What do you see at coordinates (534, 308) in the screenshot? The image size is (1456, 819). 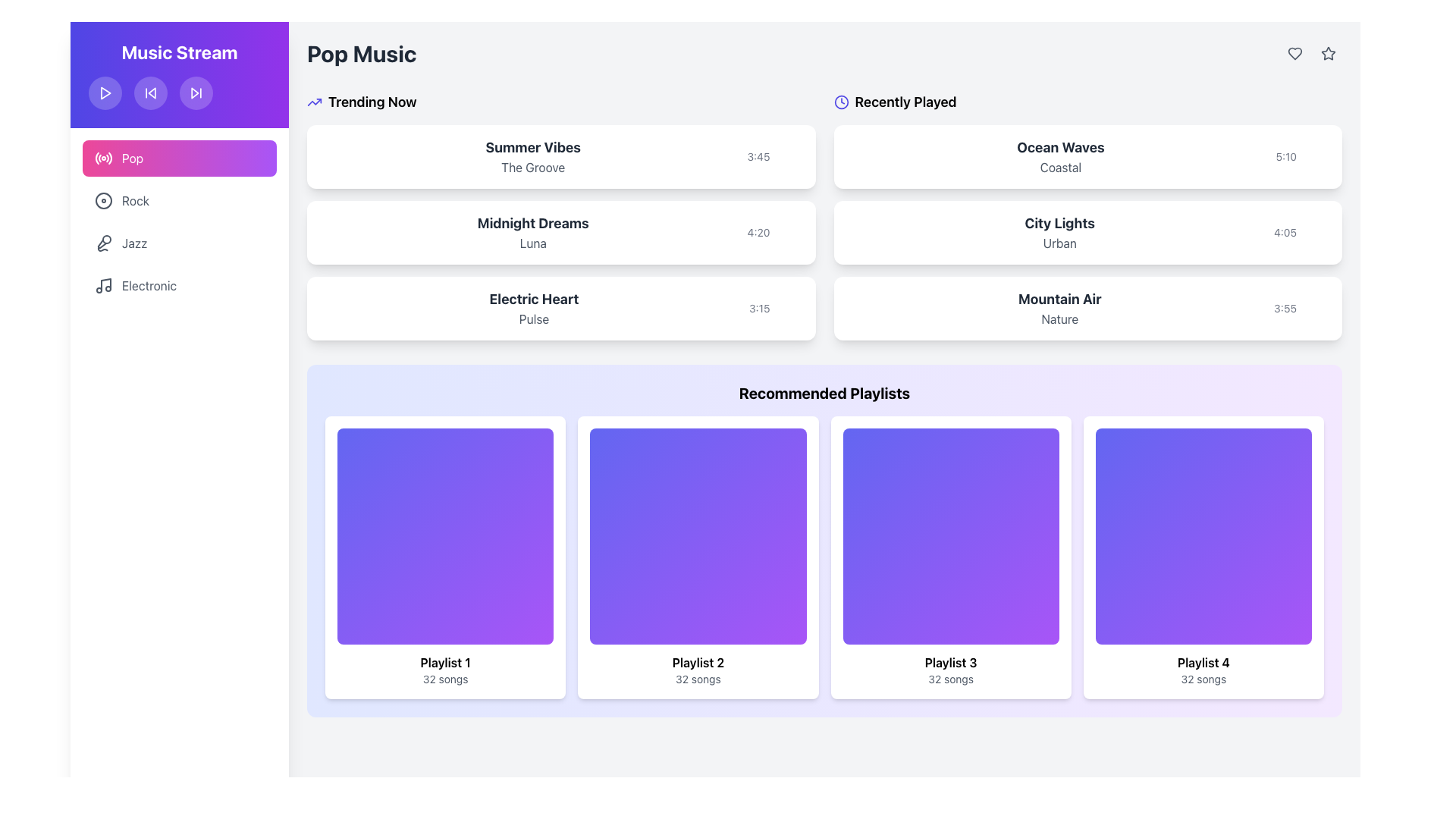 I see `the 'Electric Heart' text display element located in the central panel under the 'Trending Now' section` at bounding box center [534, 308].